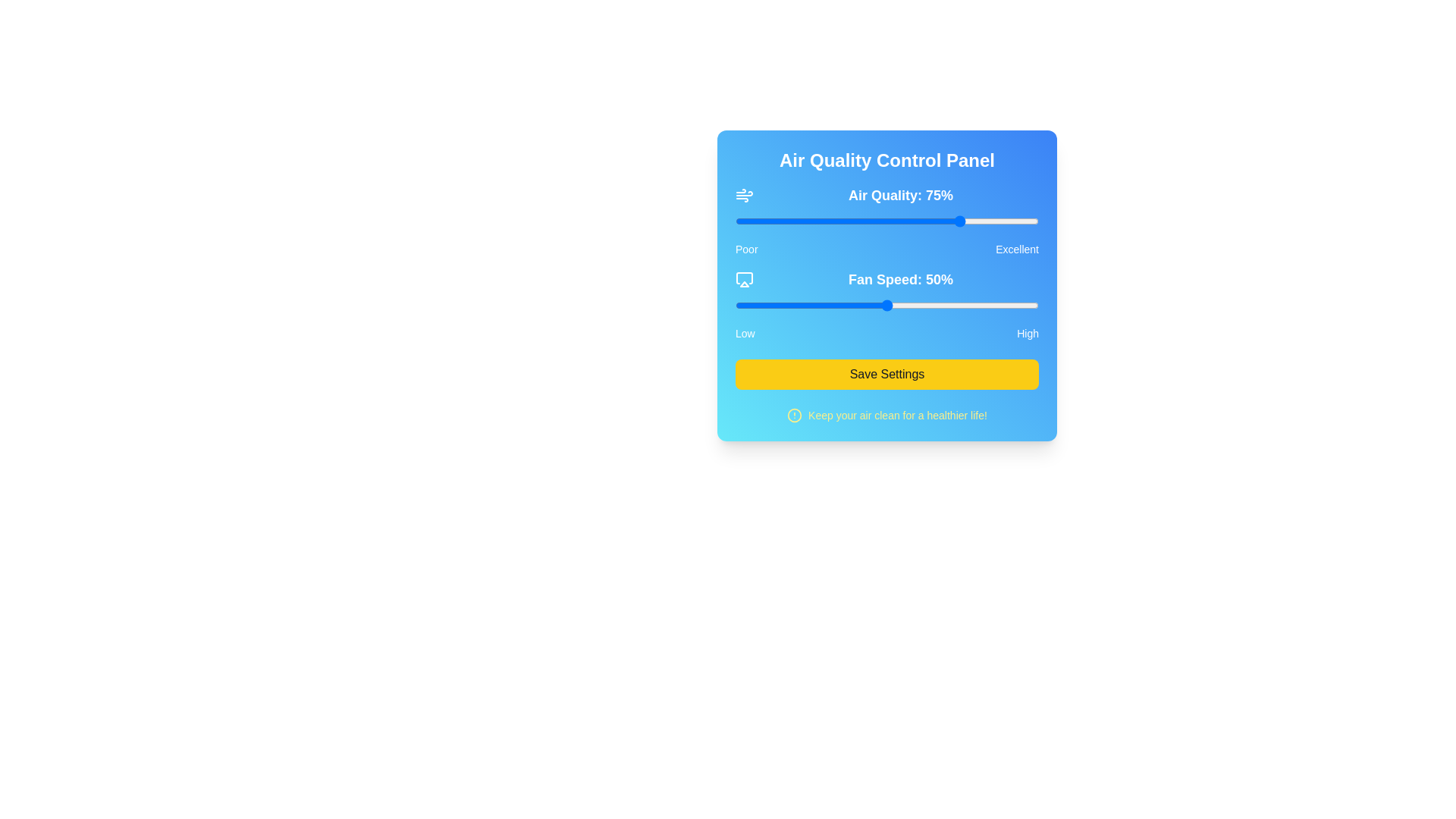  Describe the element at coordinates (1017, 248) in the screenshot. I see `the static text label displaying 'Excellent', which is located at the far-right end of the 'Fan Speed: 50%' slider interface` at that location.